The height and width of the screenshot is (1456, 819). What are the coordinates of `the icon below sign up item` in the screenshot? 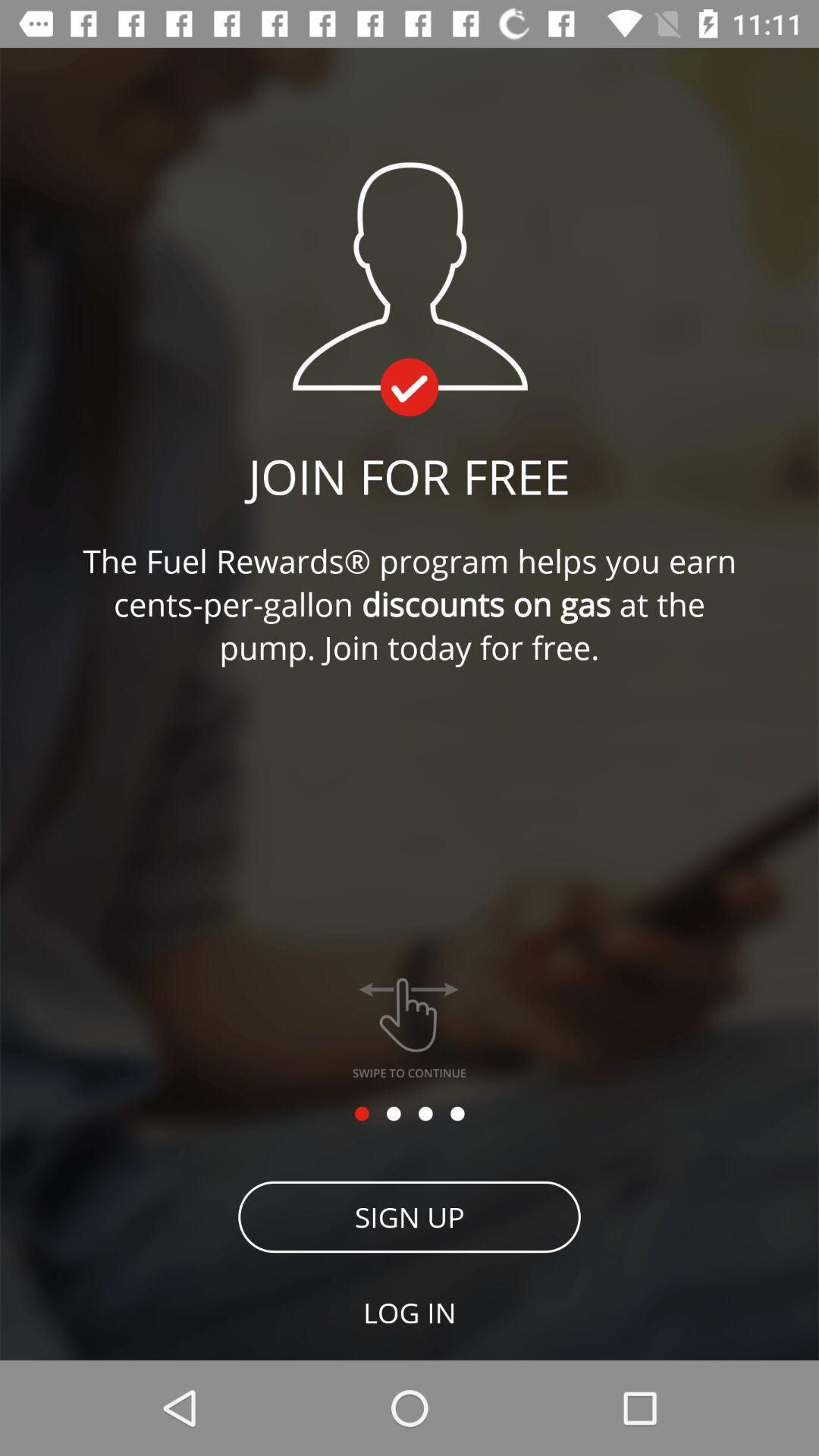 It's located at (409, 1312).